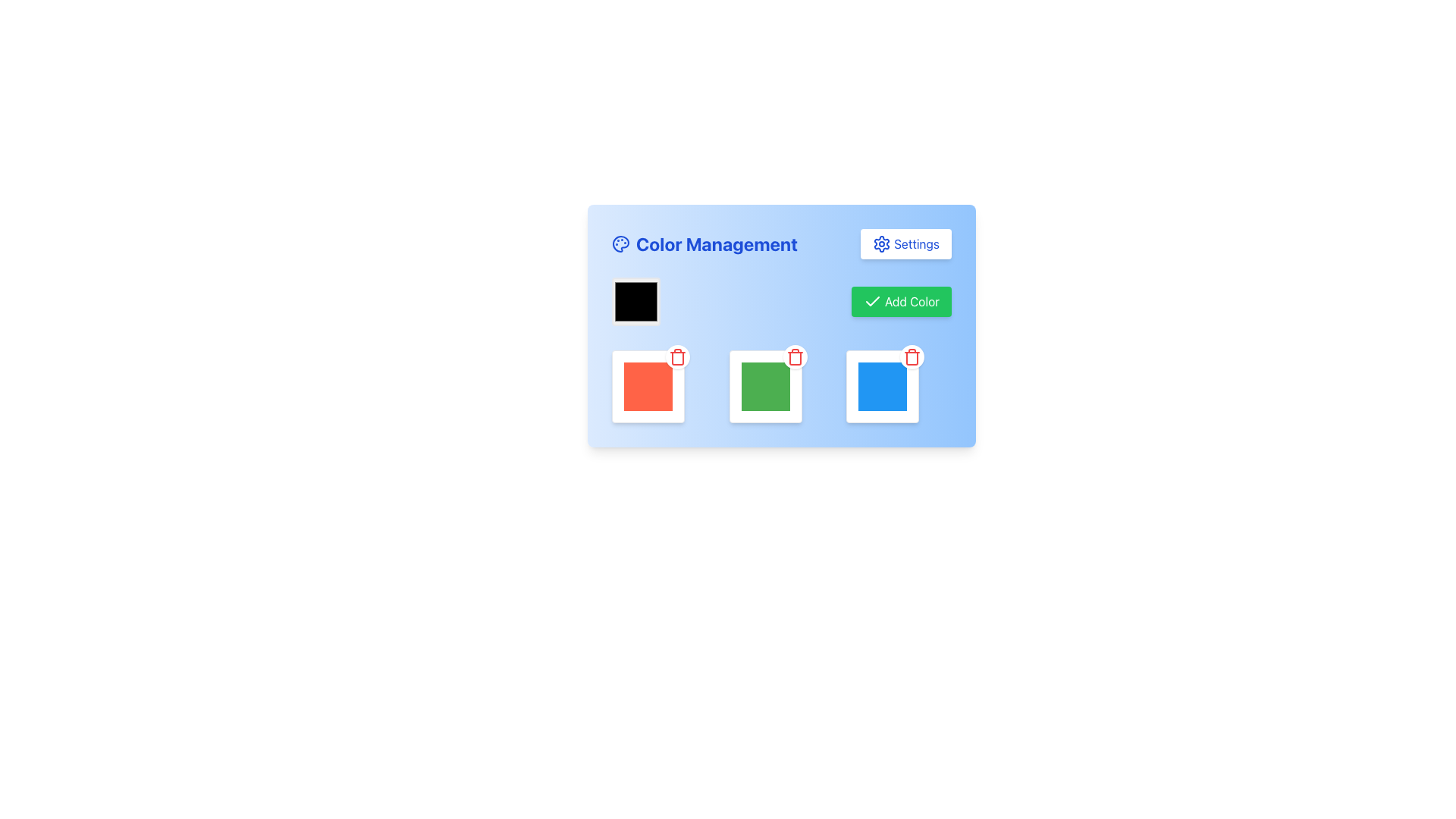 This screenshot has height=819, width=1456. Describe the element at coordinates (636, 301) in the screenshot. I see `the Color Picker Box, which is a square with a black fill and grey border` at that location.